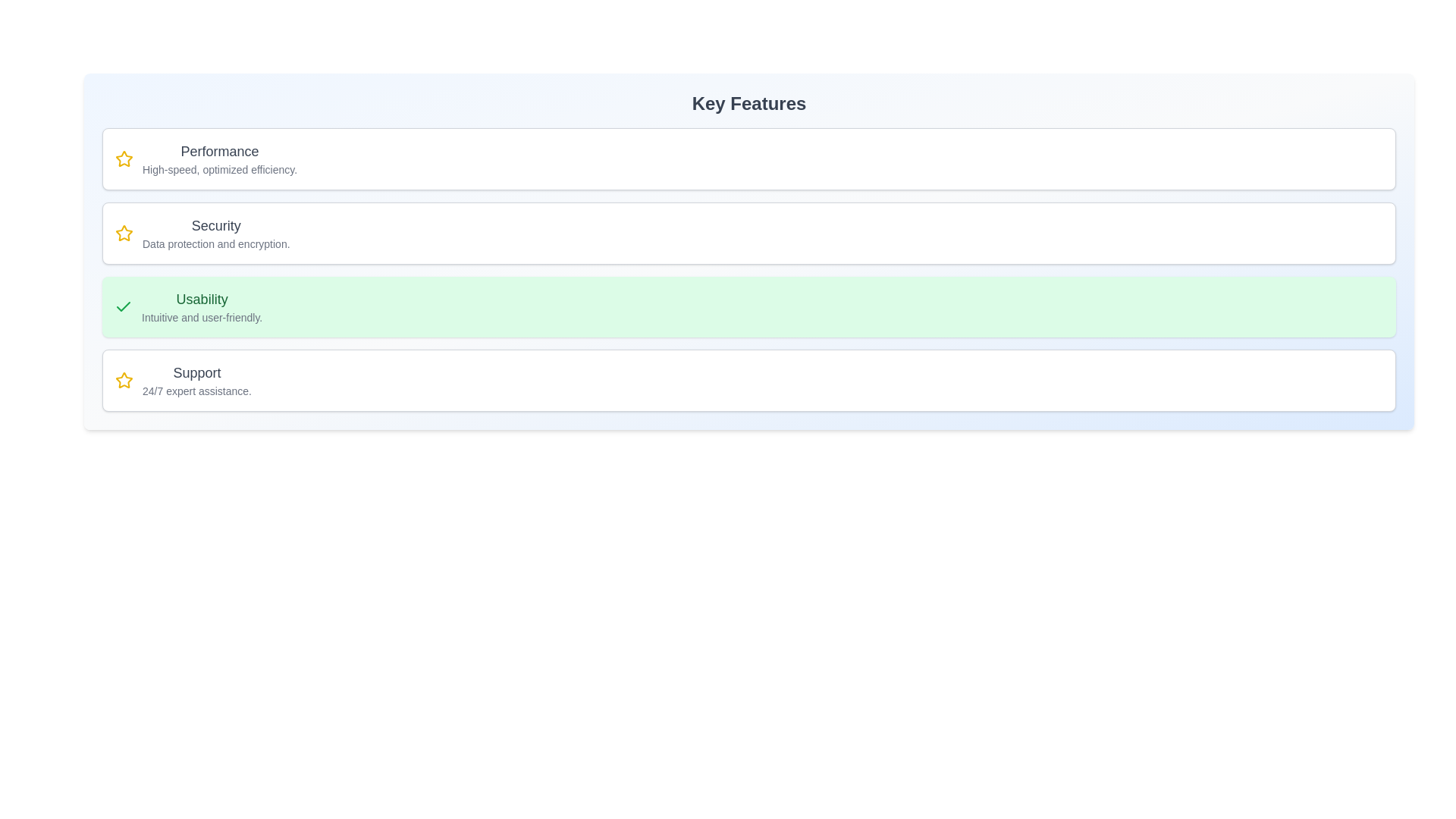  What do you see at coordinates (749, 234) in the screenshot?
I see `the card with Security to observe visual changes` at bounding box center [749, 234].